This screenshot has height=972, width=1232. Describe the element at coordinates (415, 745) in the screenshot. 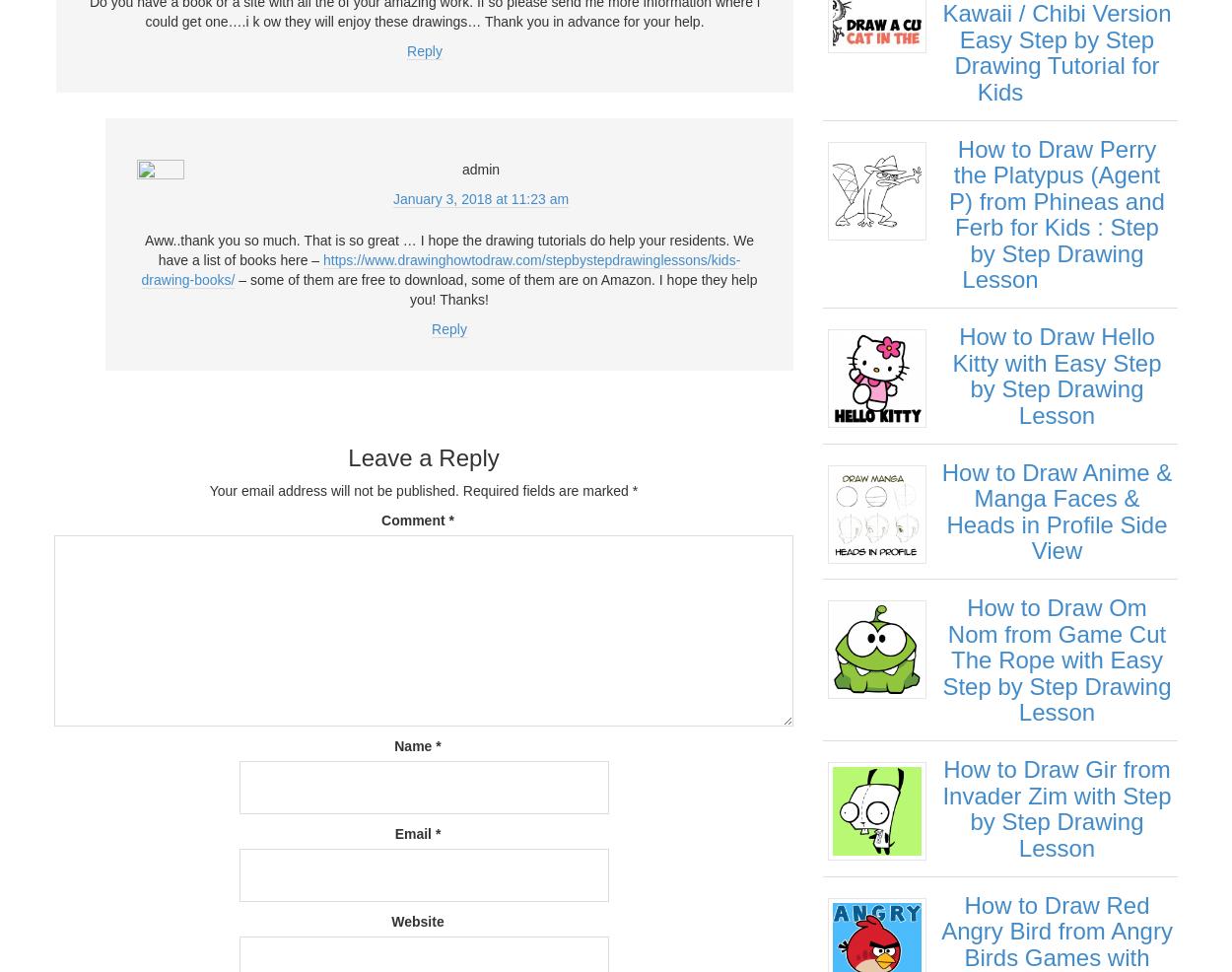

I see `'Name'` at that location.